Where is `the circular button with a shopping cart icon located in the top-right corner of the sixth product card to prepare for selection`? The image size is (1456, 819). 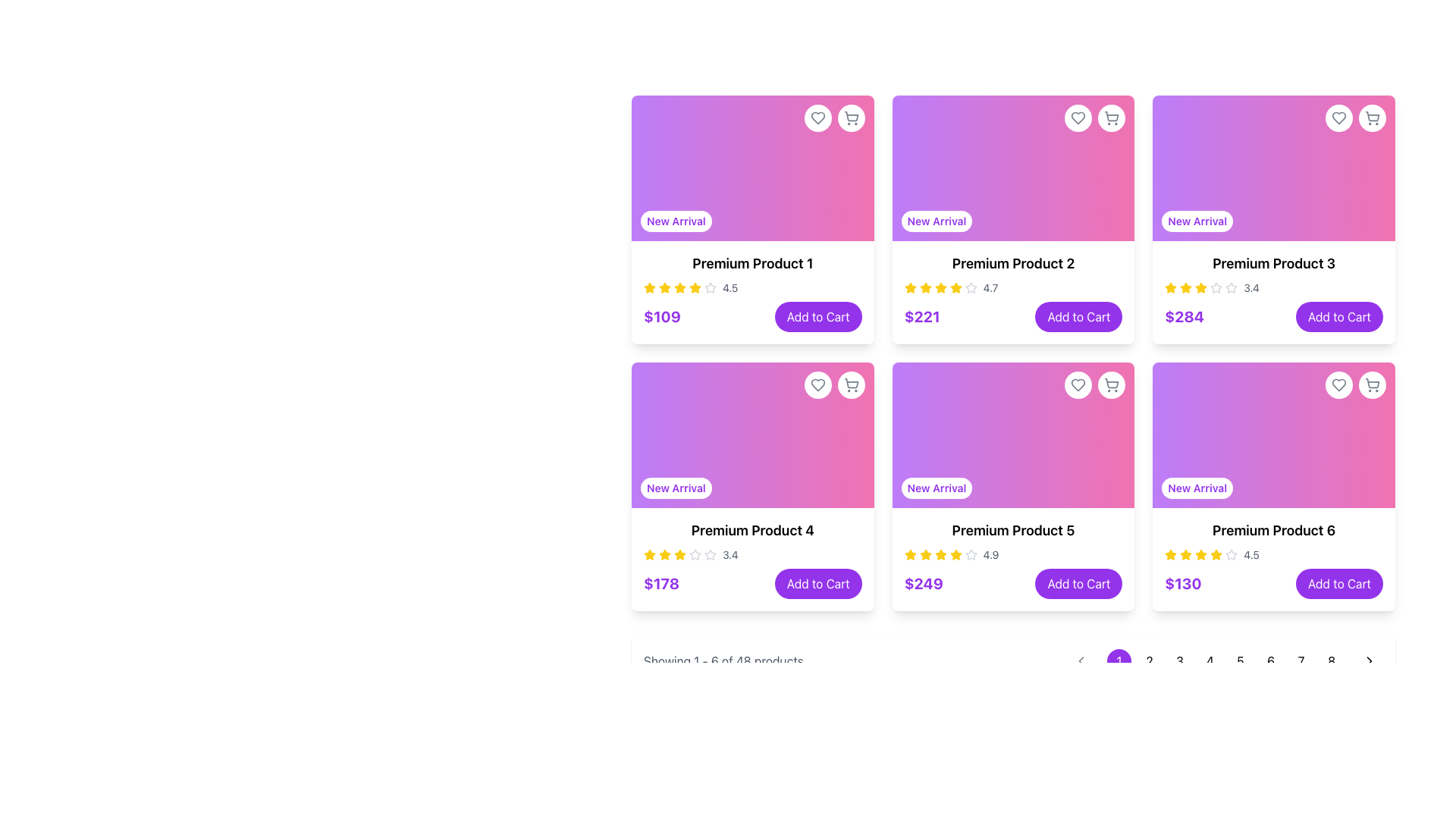 the circular button with a shopping cart icon located in the top-right corner of the sixth product card to prepare for selection is located at coordinates (1372, 384).